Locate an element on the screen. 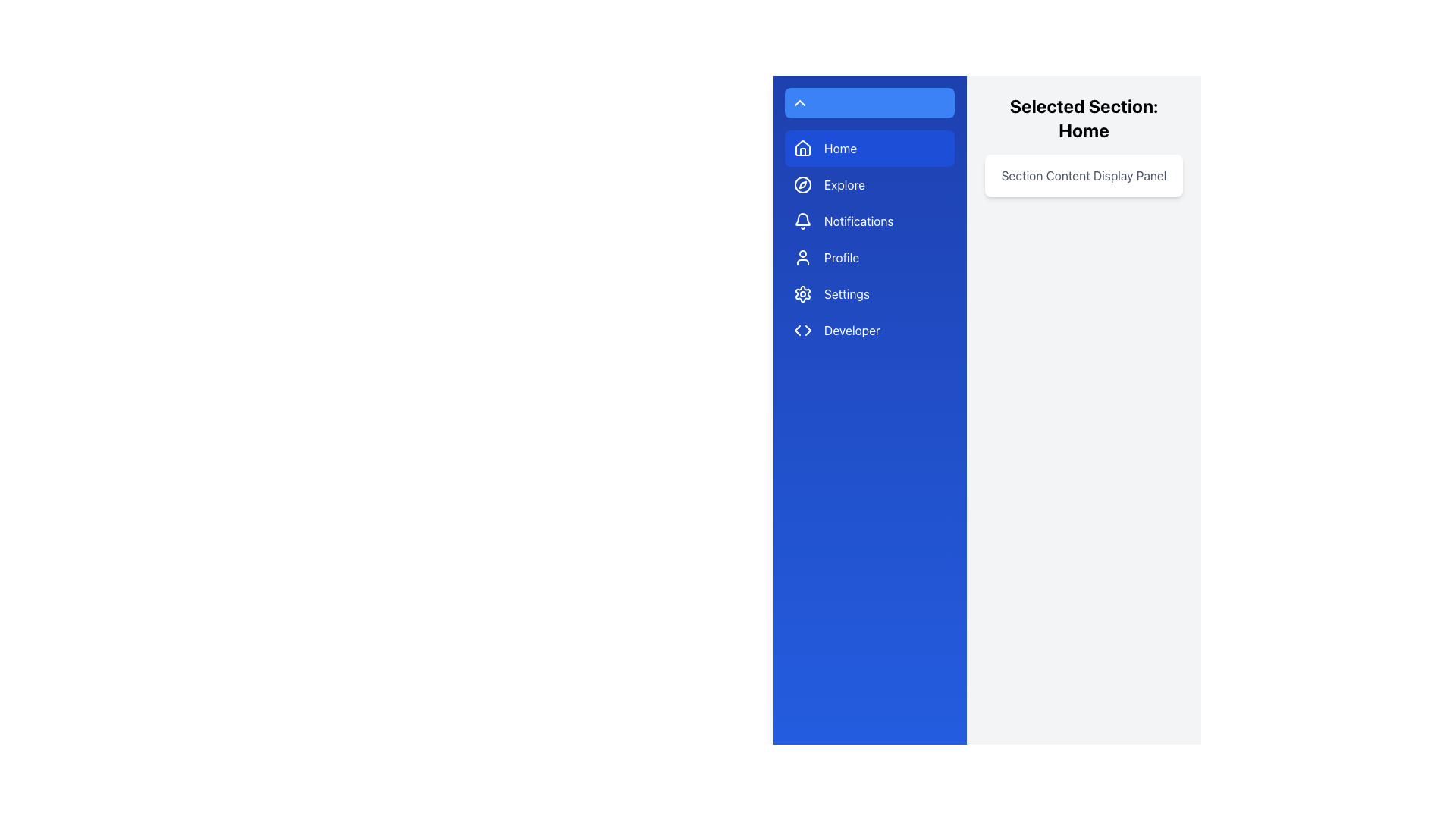 The width and height of the screenshot is (1456, 819). the cogwheel icon in the vertical sidebar menu is located at coordinates (802, 294).